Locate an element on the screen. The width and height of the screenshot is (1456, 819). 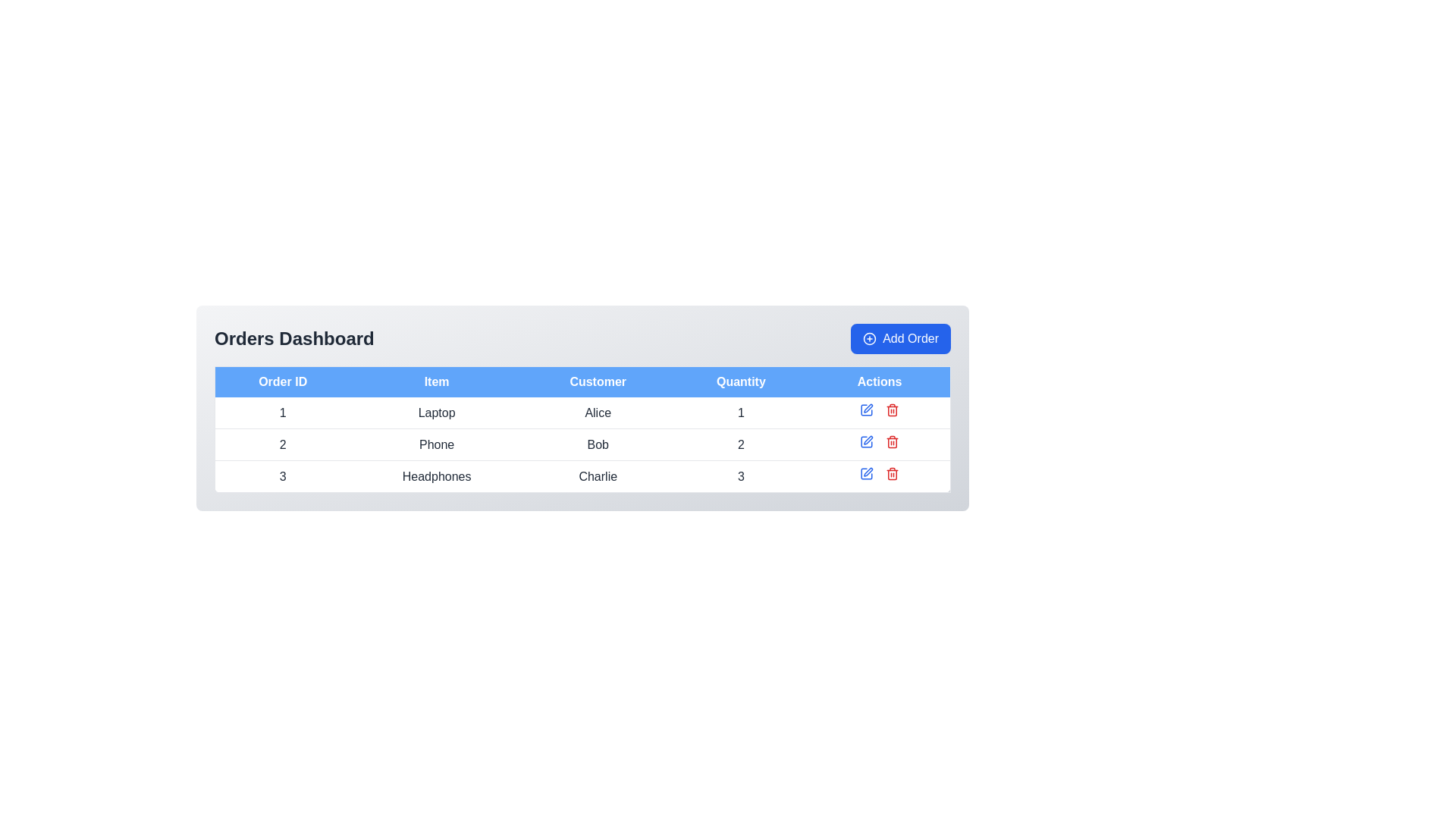
the text label displaying 'Headphones' located in the third row of the table under the 'Item' column is located at coordinates (436, 475).